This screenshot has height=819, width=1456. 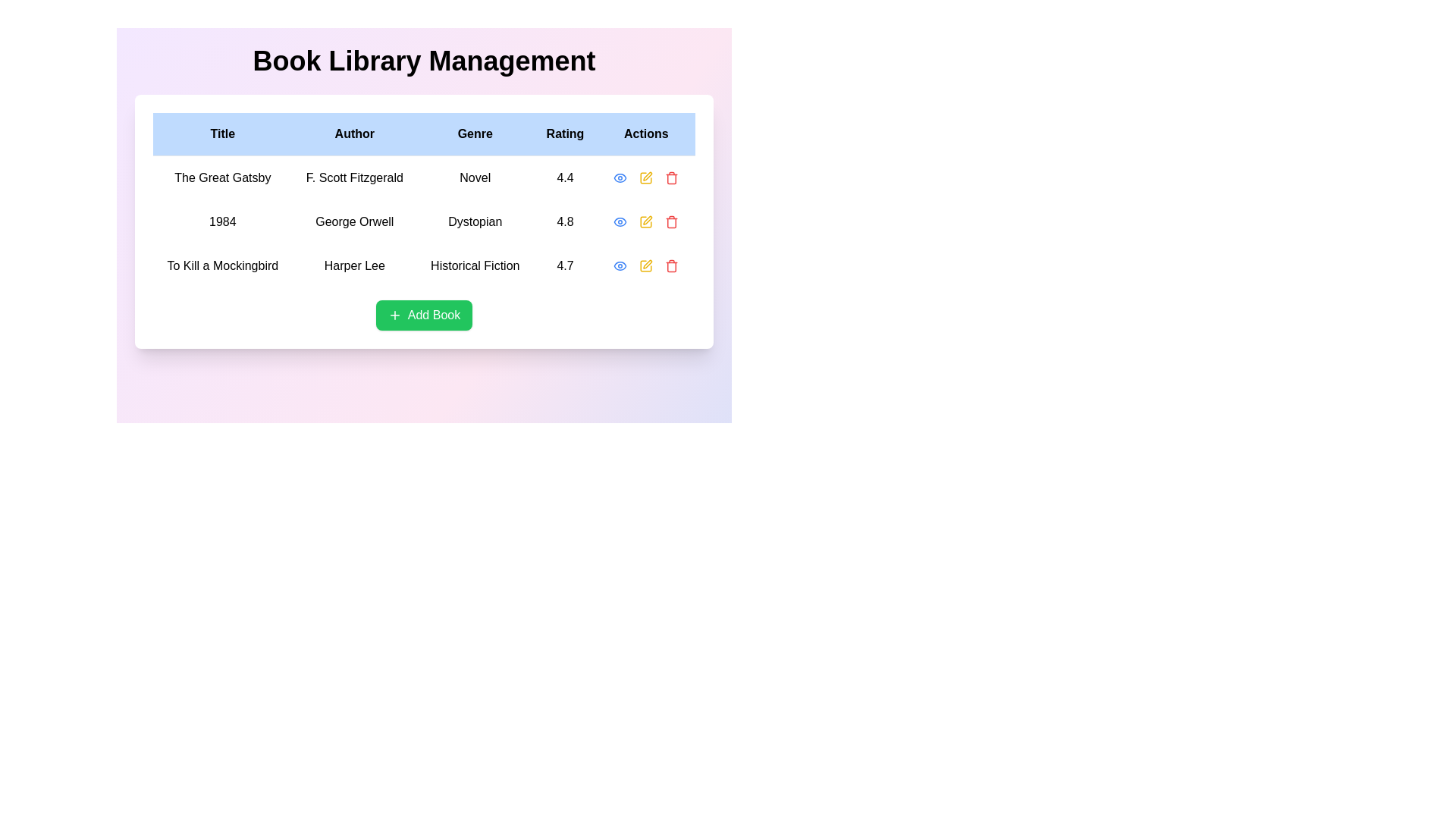 I want to click on the Table Header Cell for the 'Actions' column, which is the fifth header in the table located in the top-right corner of the header row, so click(x=645, y=133).